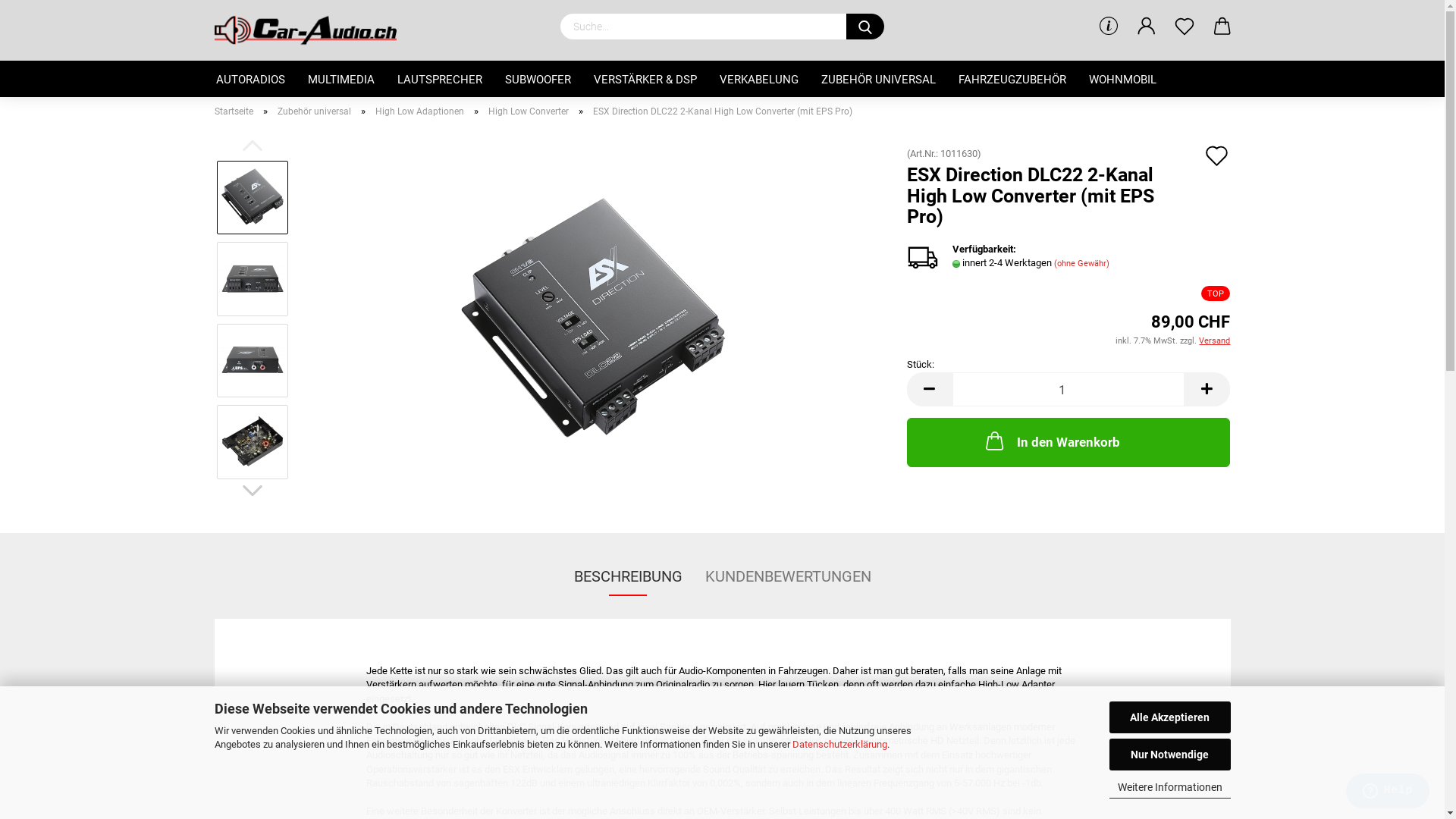 The height and width of the screenshot is (819, 1456). Describe the element at coordinates (1387, 792) in the screenshot. I see `'Opens a widget where you can find more information'` at that location.